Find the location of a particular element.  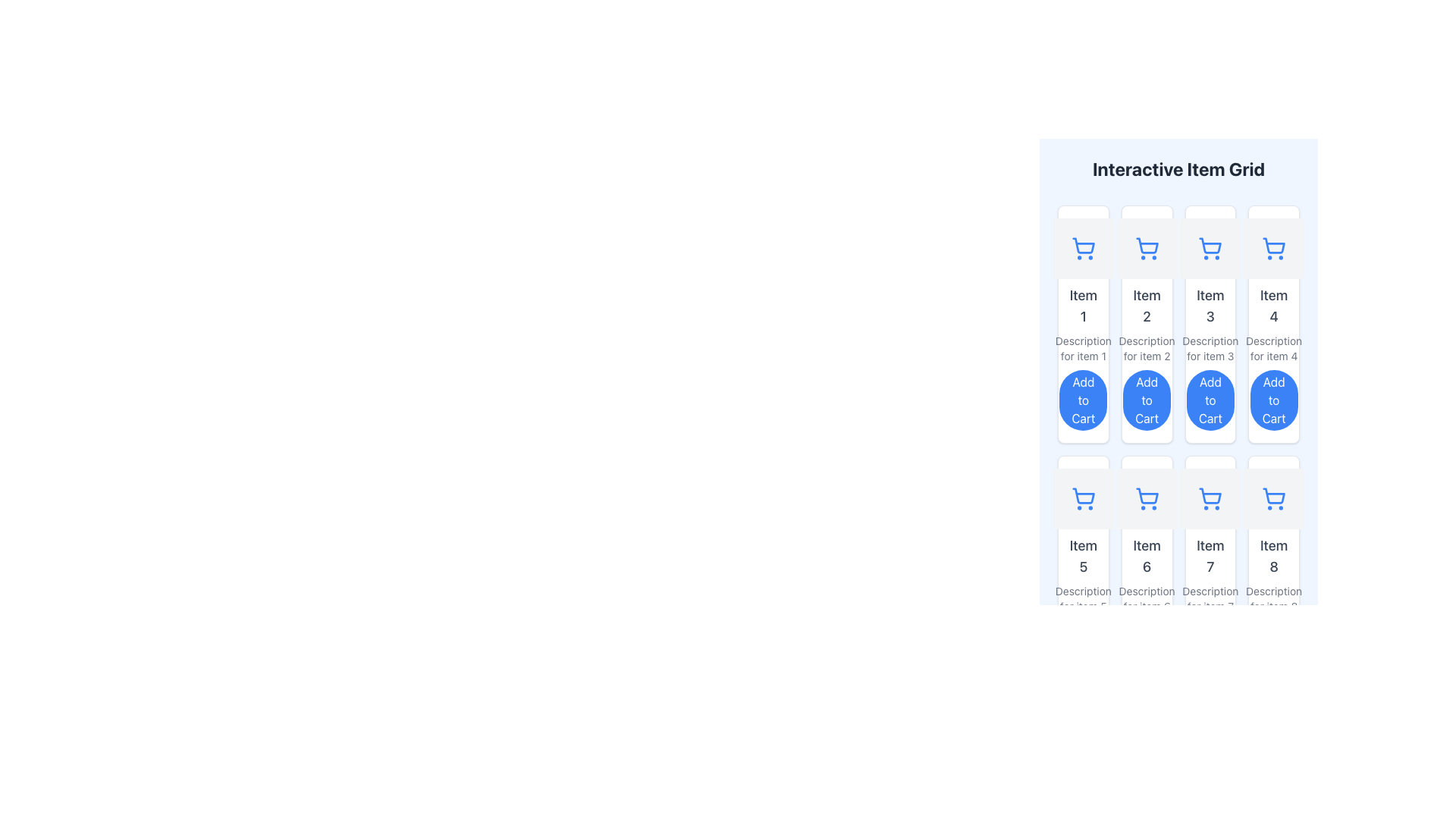

the static text label that reads 'Description for item 7', which is located under the title 'Item 7' in the seventh item card on the second row of the grid layout is located at coordinates (1210, 598).